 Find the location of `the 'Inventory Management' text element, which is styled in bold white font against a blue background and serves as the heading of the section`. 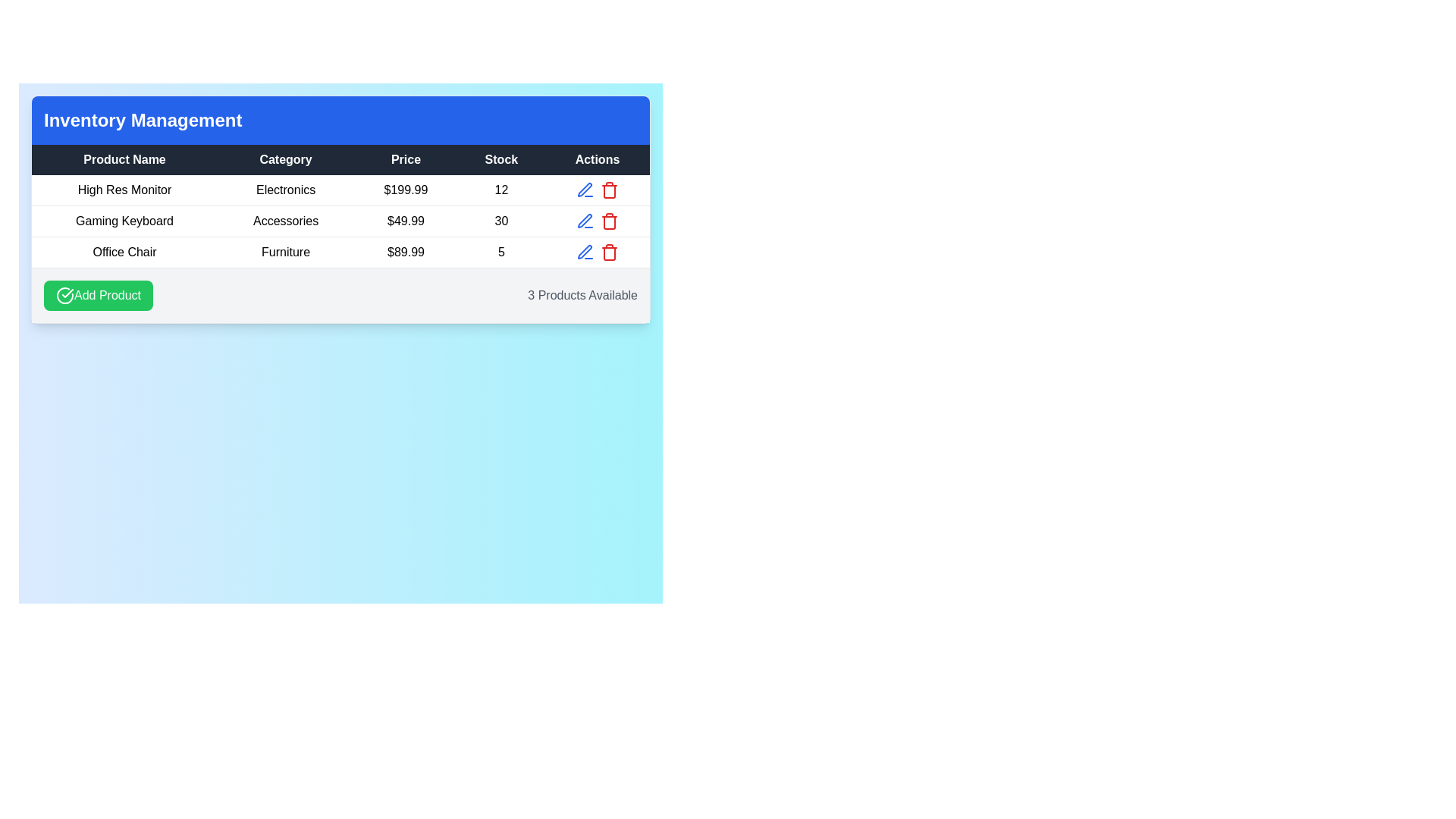

the 'Inventory Management' text element, which is styled in bold white font against a blue background and serves as the heading of the section is located at coordinates (143, 119).